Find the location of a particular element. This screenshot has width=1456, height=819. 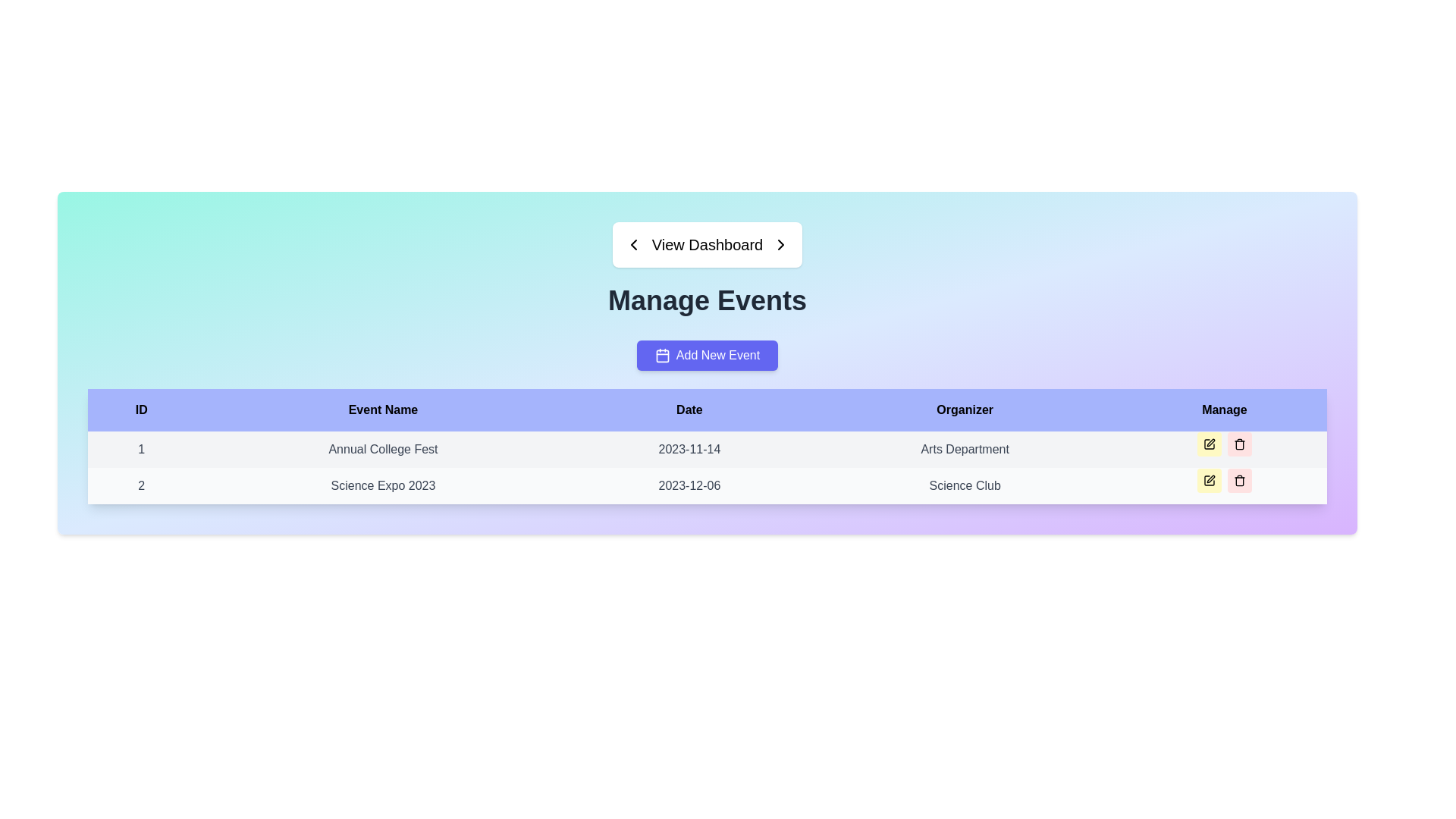

the calendar icon is located at coordinates (662, 356).